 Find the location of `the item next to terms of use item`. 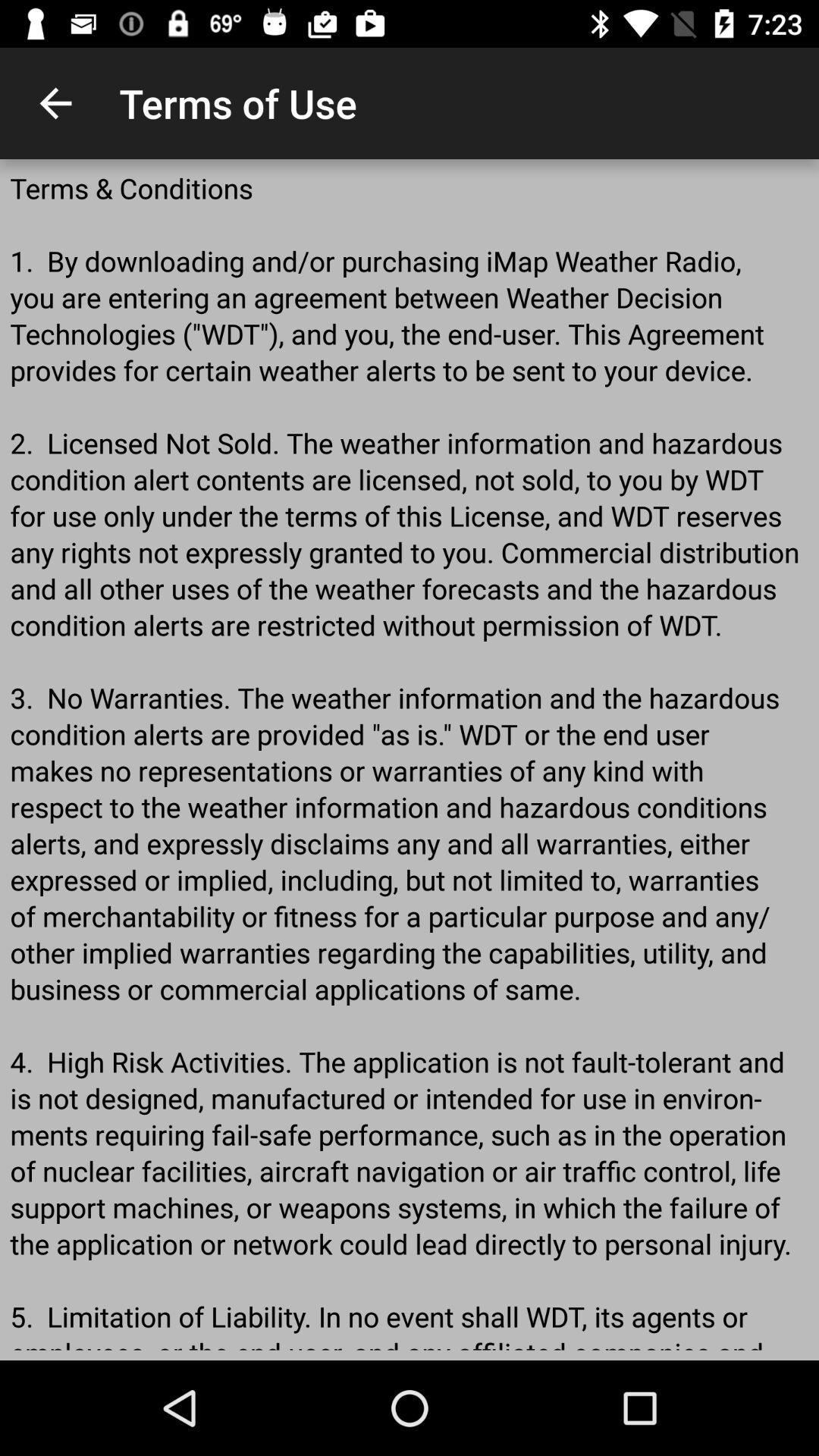

the item next to terms of use item is located at coordinates (55, 102).